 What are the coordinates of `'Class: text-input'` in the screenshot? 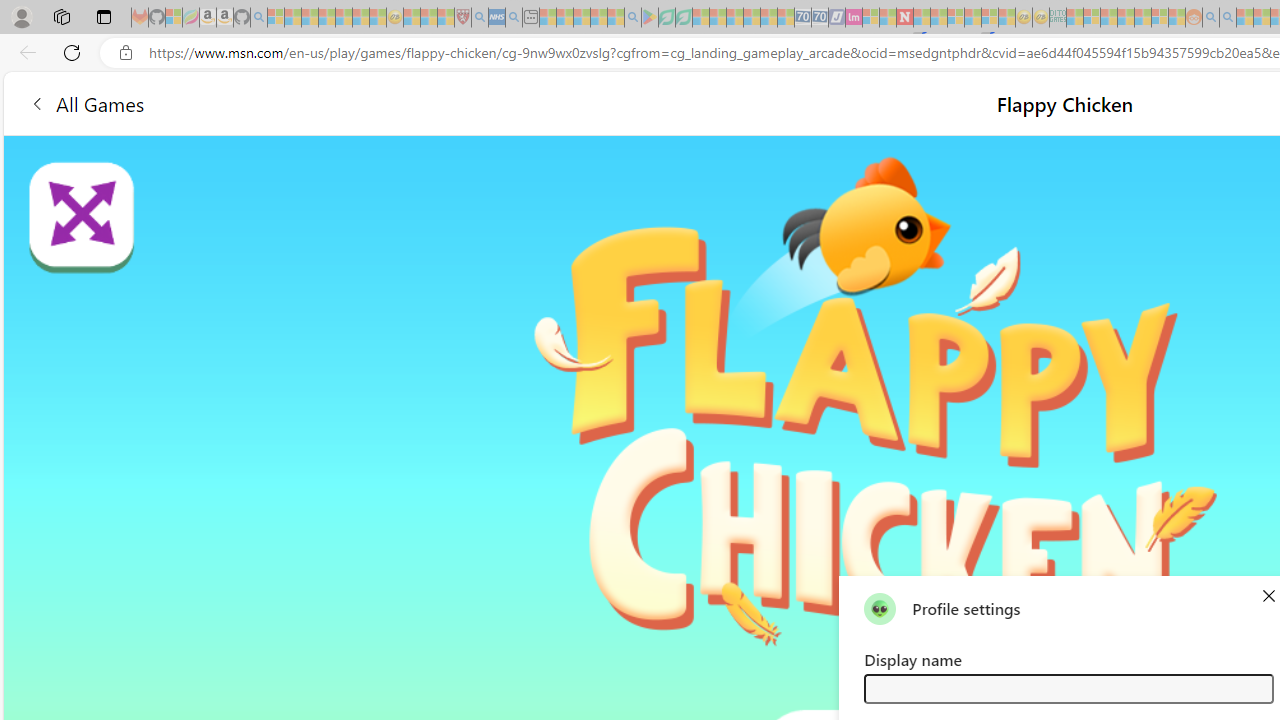 It's located at (1067, 687).